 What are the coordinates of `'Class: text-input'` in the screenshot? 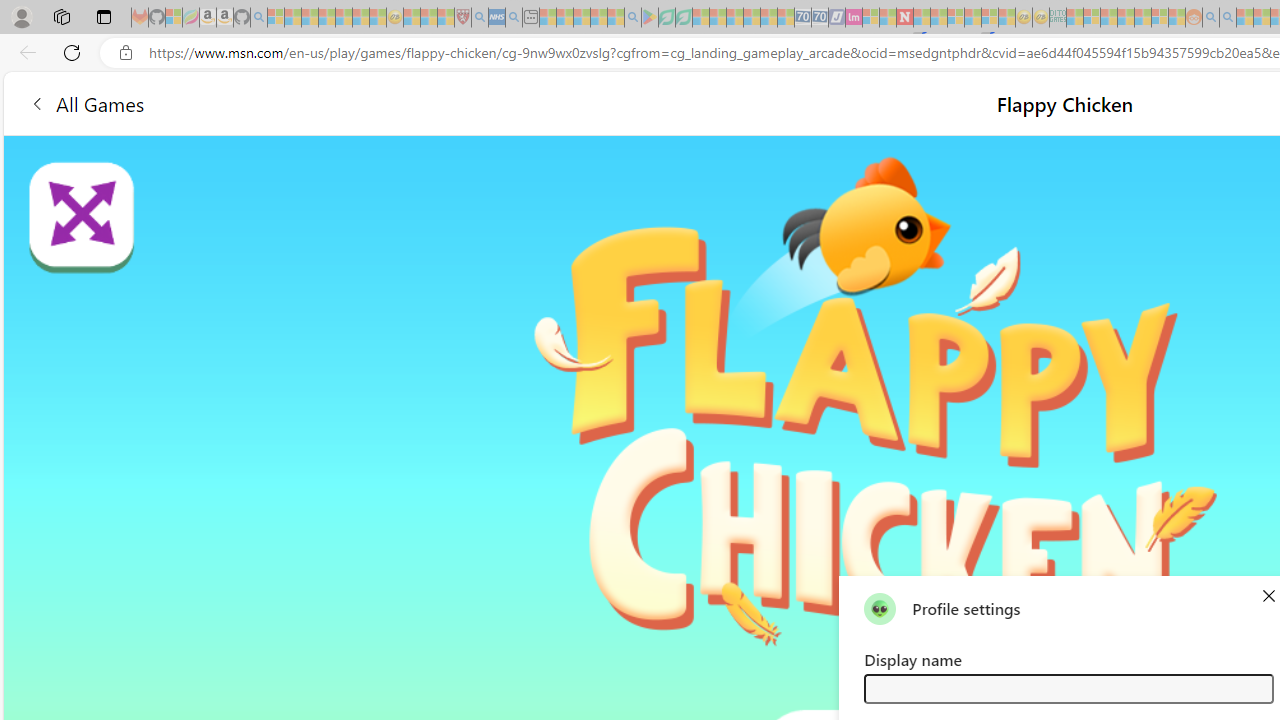 It's located at (1067, 687).